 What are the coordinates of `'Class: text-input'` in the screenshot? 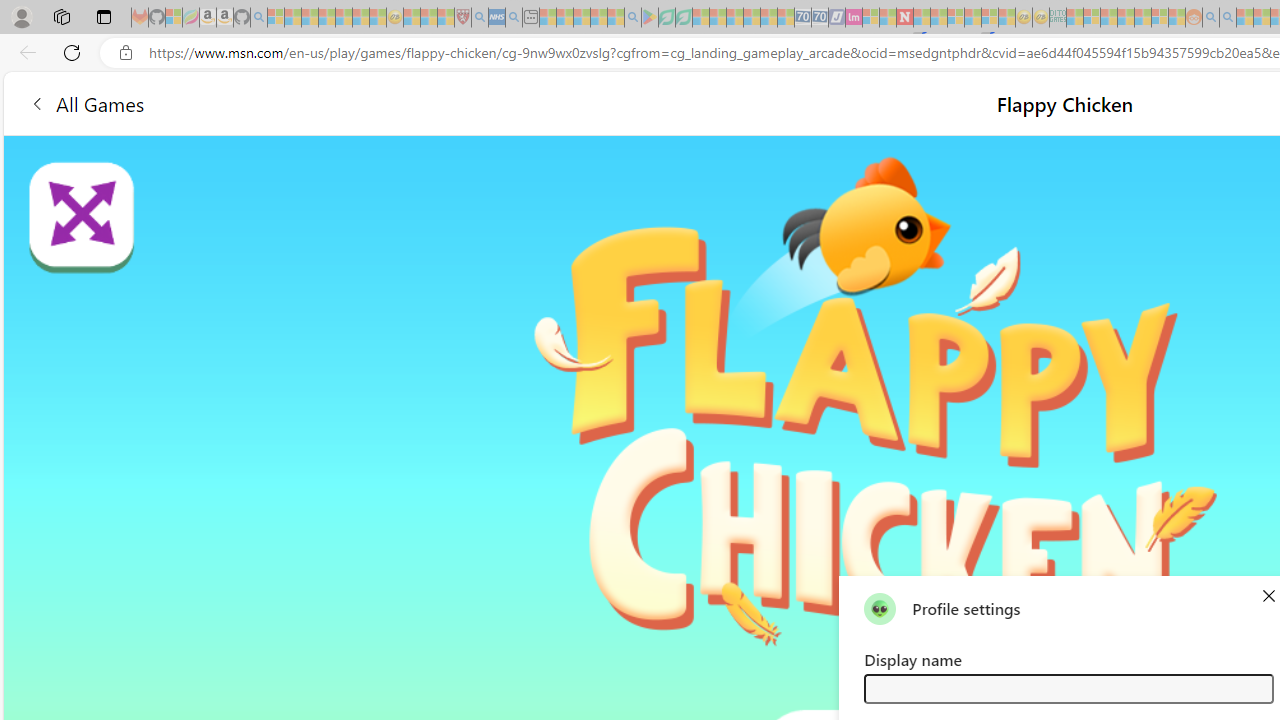 It's located at (1067, 687).